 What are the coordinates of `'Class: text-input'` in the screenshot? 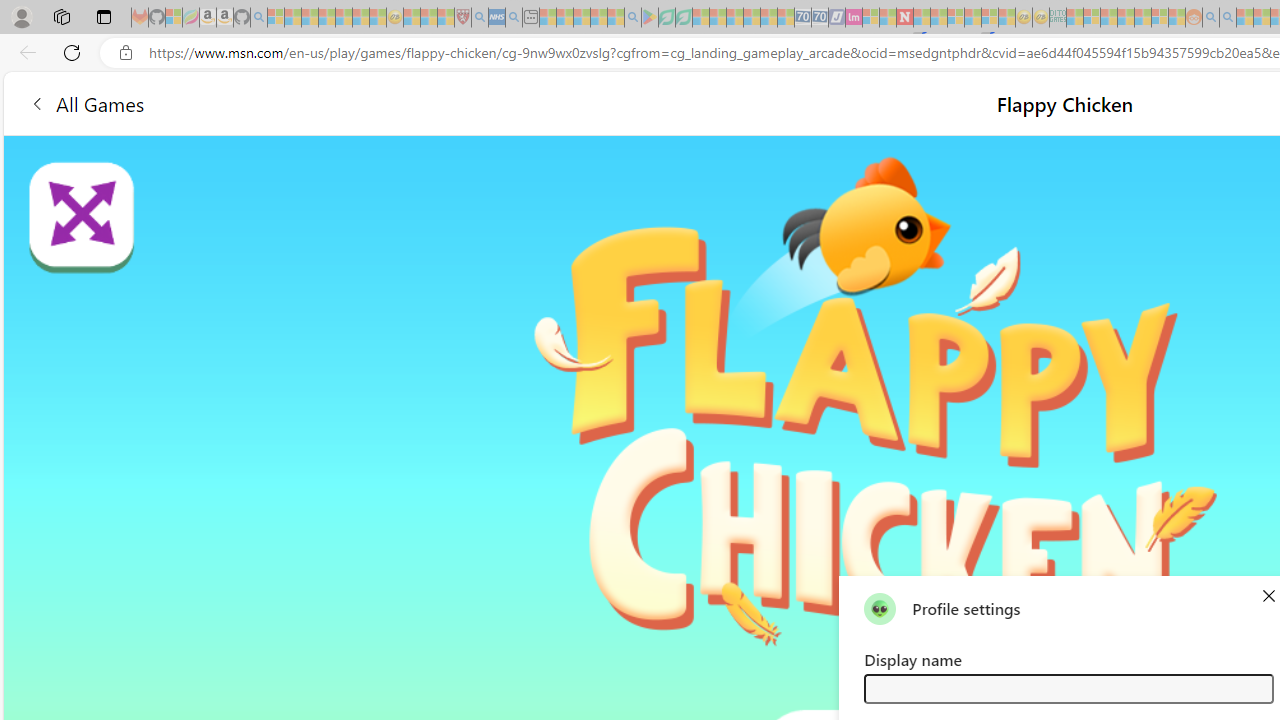 It's located at (1067, 687).